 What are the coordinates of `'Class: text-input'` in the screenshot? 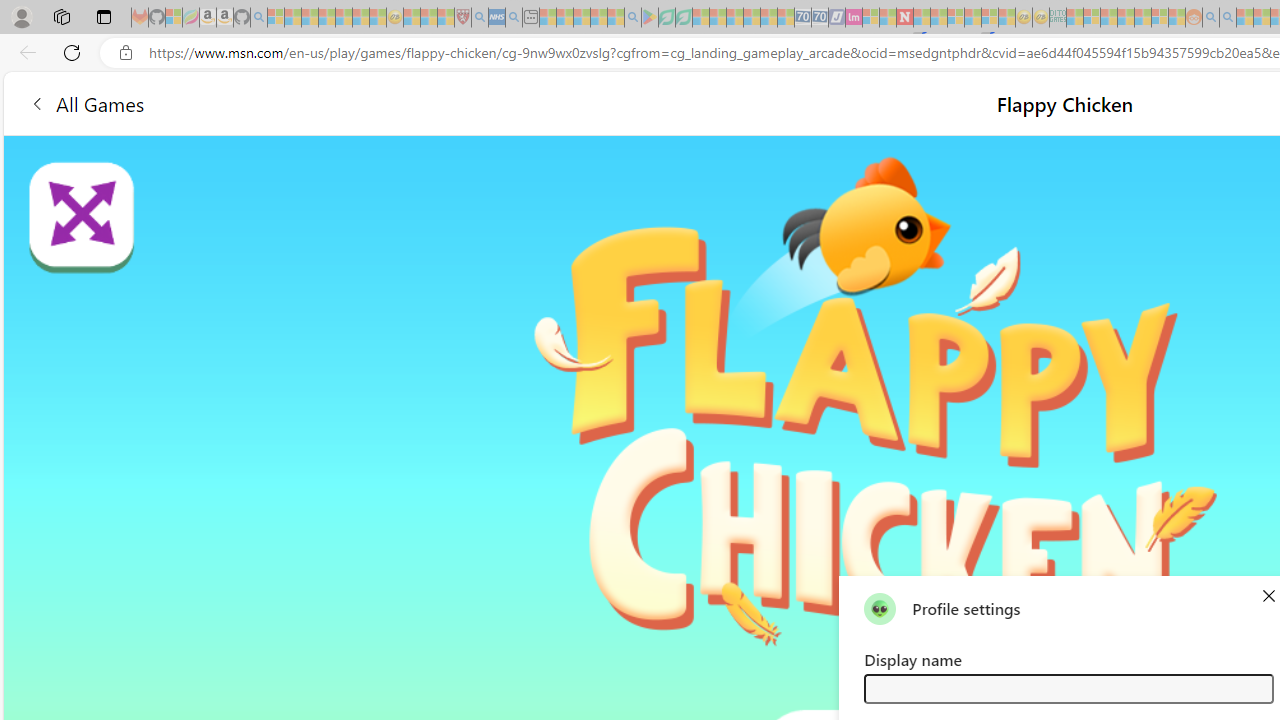 It's located at (1067, 687).